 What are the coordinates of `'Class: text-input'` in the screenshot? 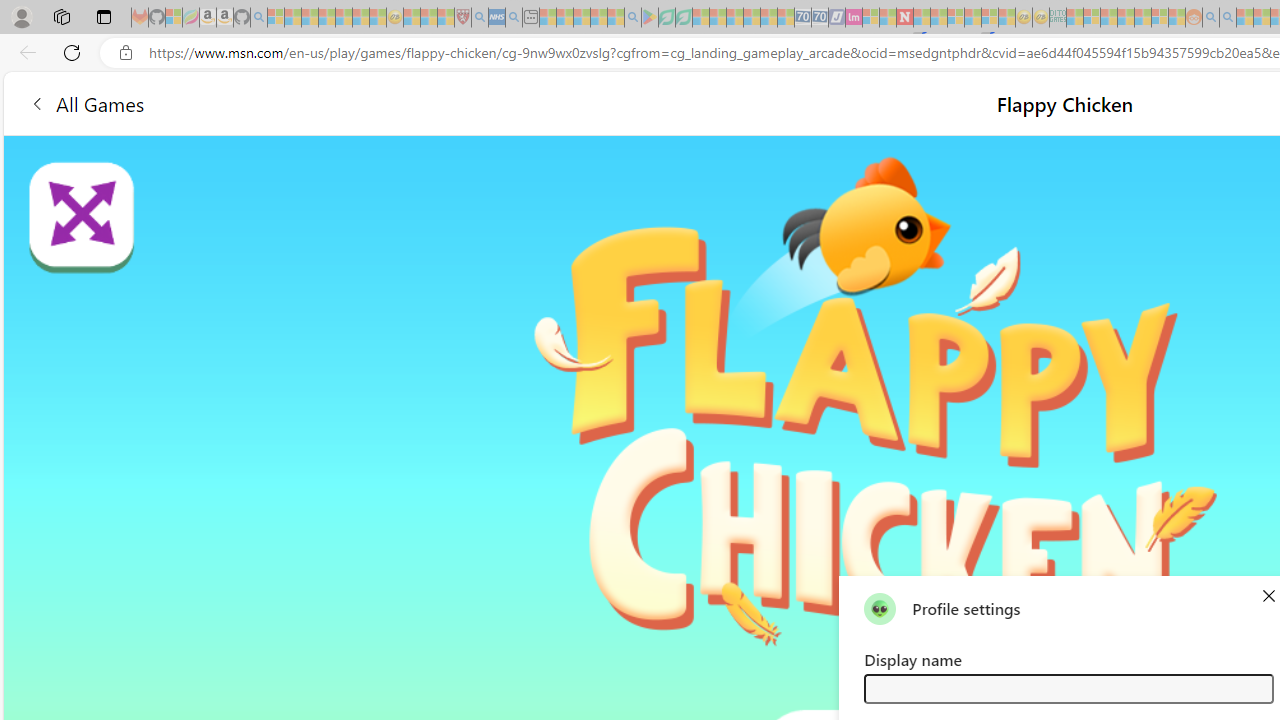 It's located at (1067, 687).